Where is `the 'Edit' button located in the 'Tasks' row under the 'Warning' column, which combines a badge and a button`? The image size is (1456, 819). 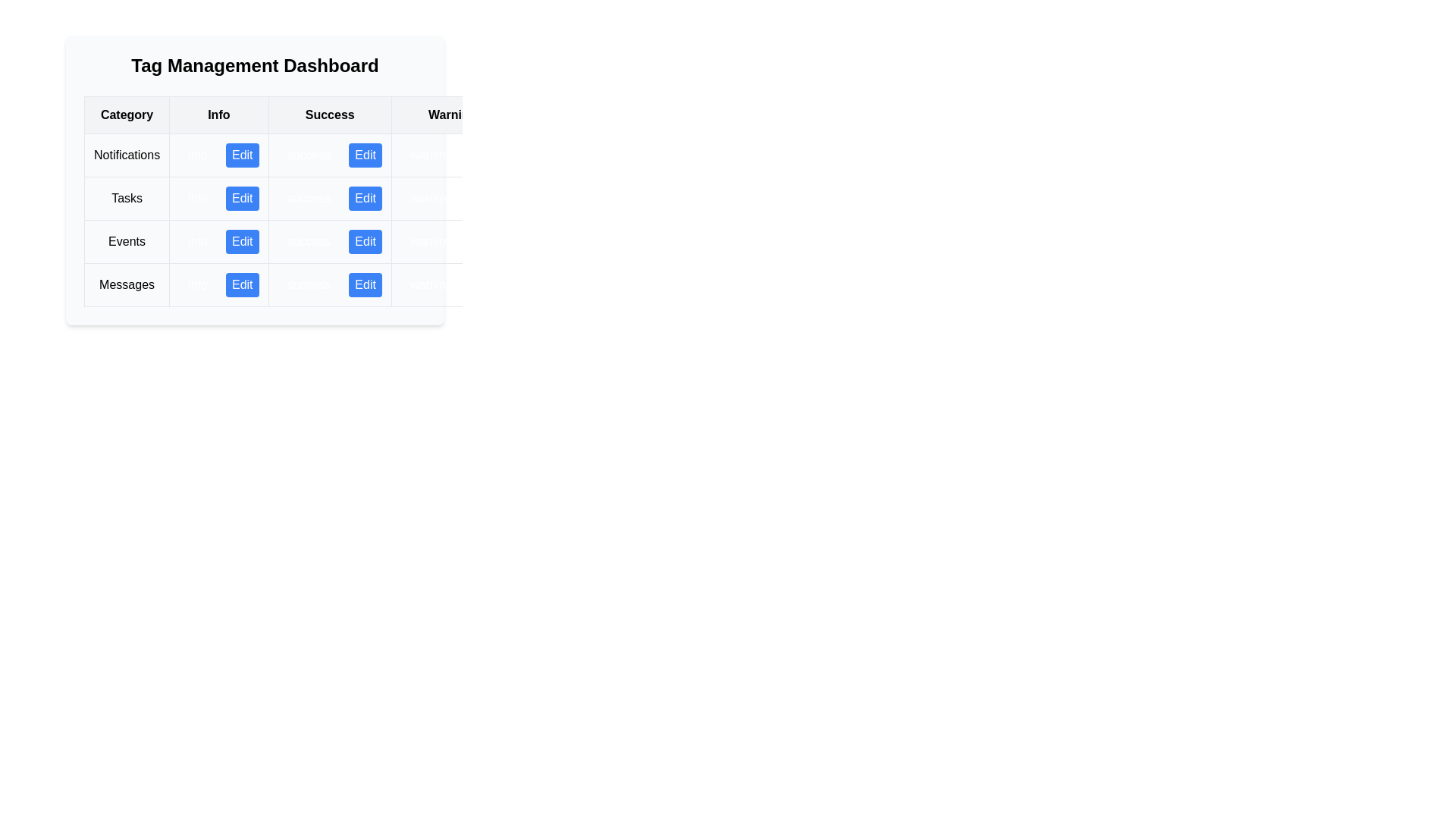 the 'Edit' button located in the 'Tasks' row under the 'Warning' column, which combines a badge and a button is located at coordinates (451, 198).